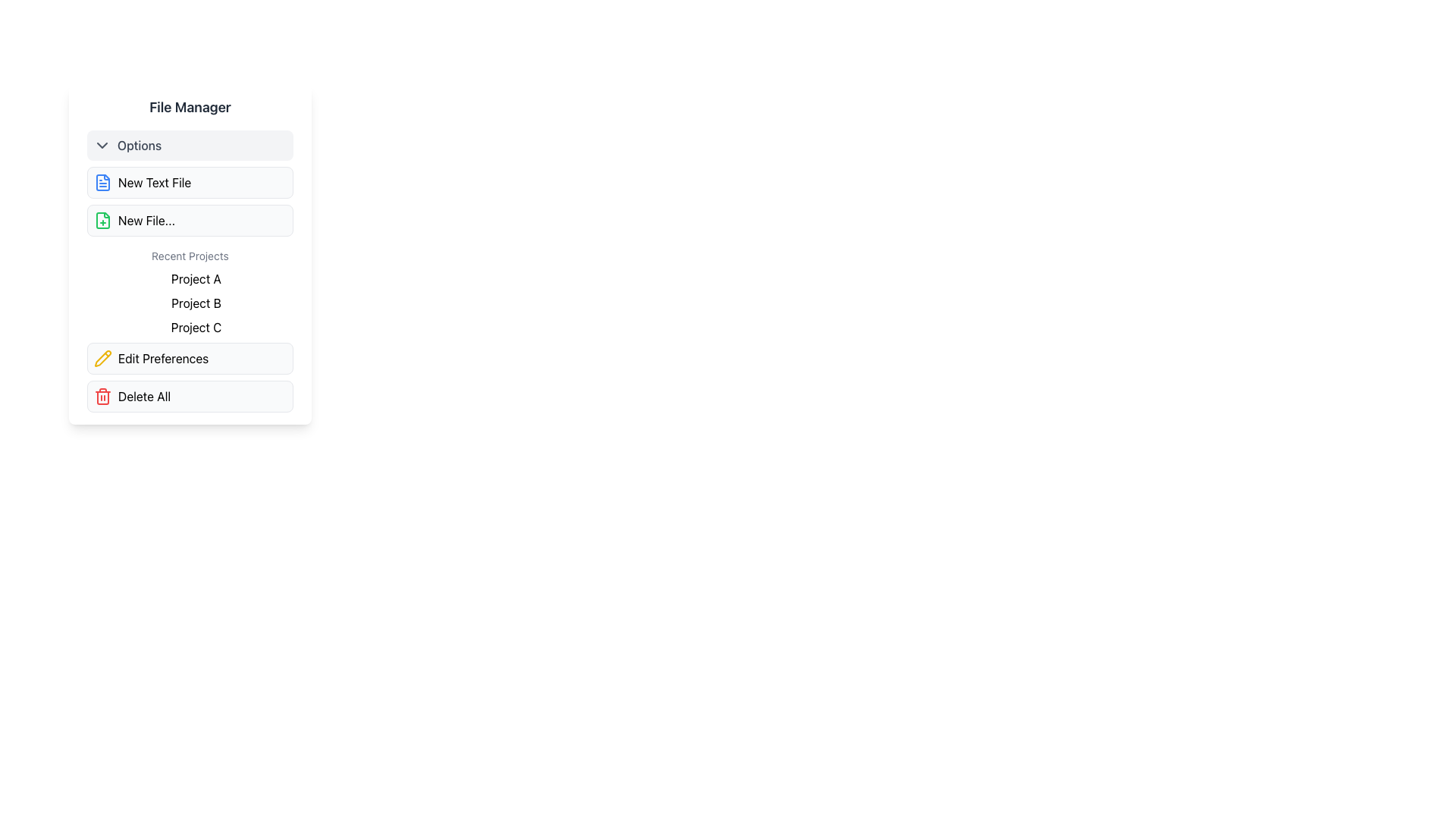 Image resolution: width=1456 pixels, height=819 pixels. Describe the element at coordinates (189, 327) in the screenshot. I see `the static text element labeled 'Project C', which is the third item in the 'Recent Projects' list located in the sidebar` at that location.